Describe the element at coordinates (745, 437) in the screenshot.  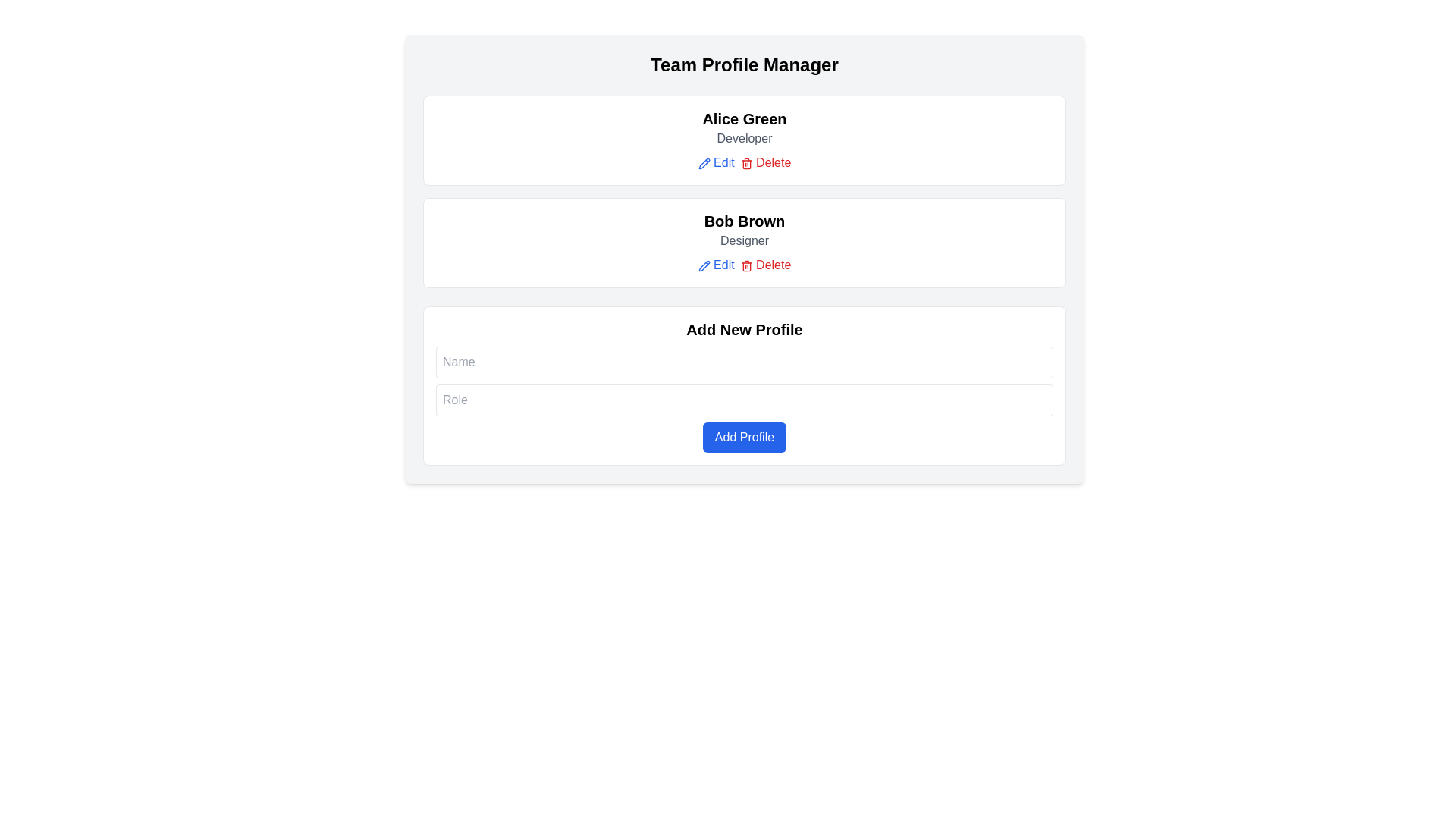
I see `the button located at the bottom of the 'Add New Profile' section to trigger visual feedback before adding a new user profile` at that location.